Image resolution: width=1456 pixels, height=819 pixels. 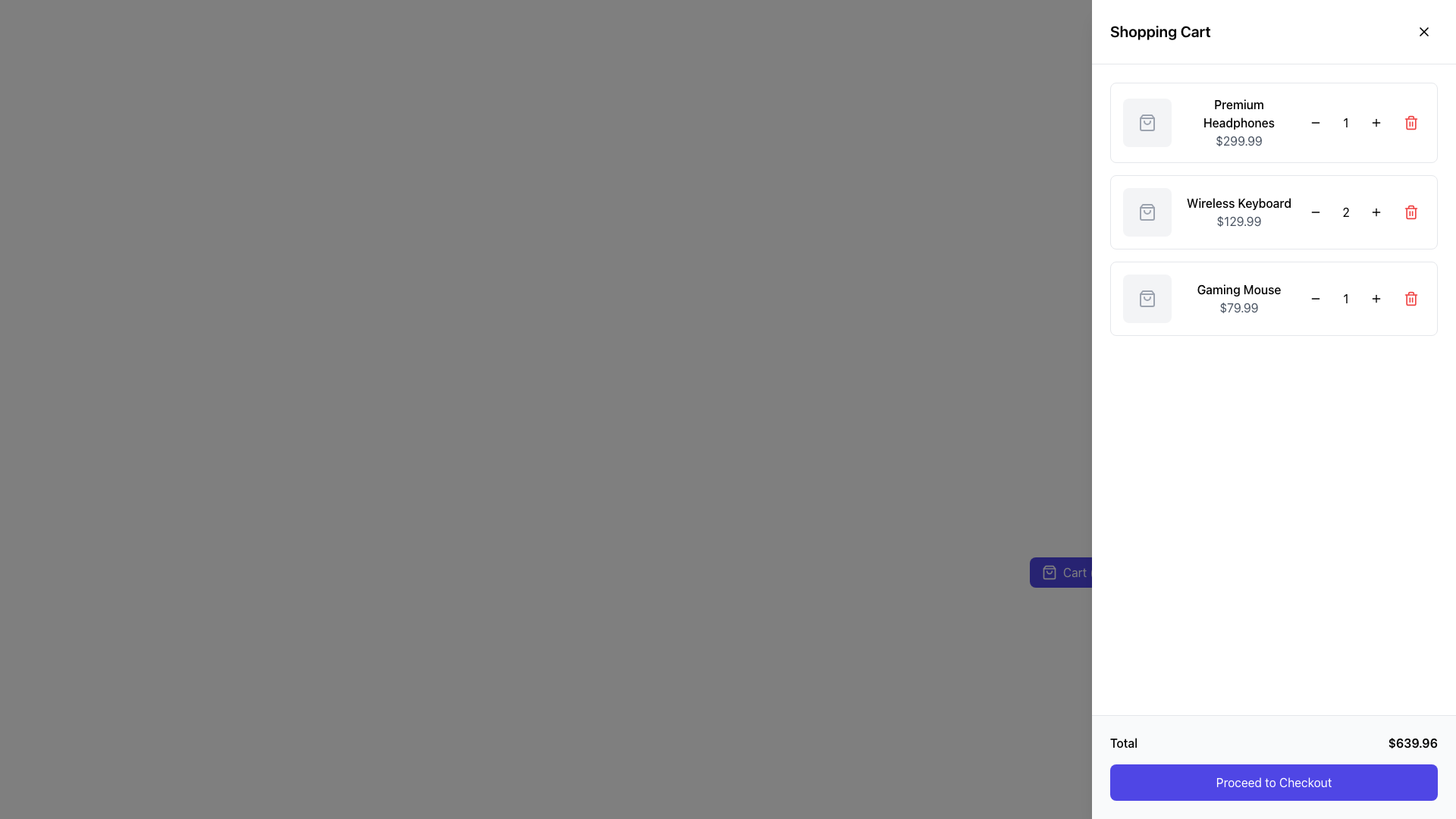 What do you see at coordinates (1346, 212) in the screenshot?
I see `the text label indicating the quantity of the Wireless Keyboard in the shopping cart, which is centrally located between the increment and decrement buttons` at bounding box center [1346, 212].